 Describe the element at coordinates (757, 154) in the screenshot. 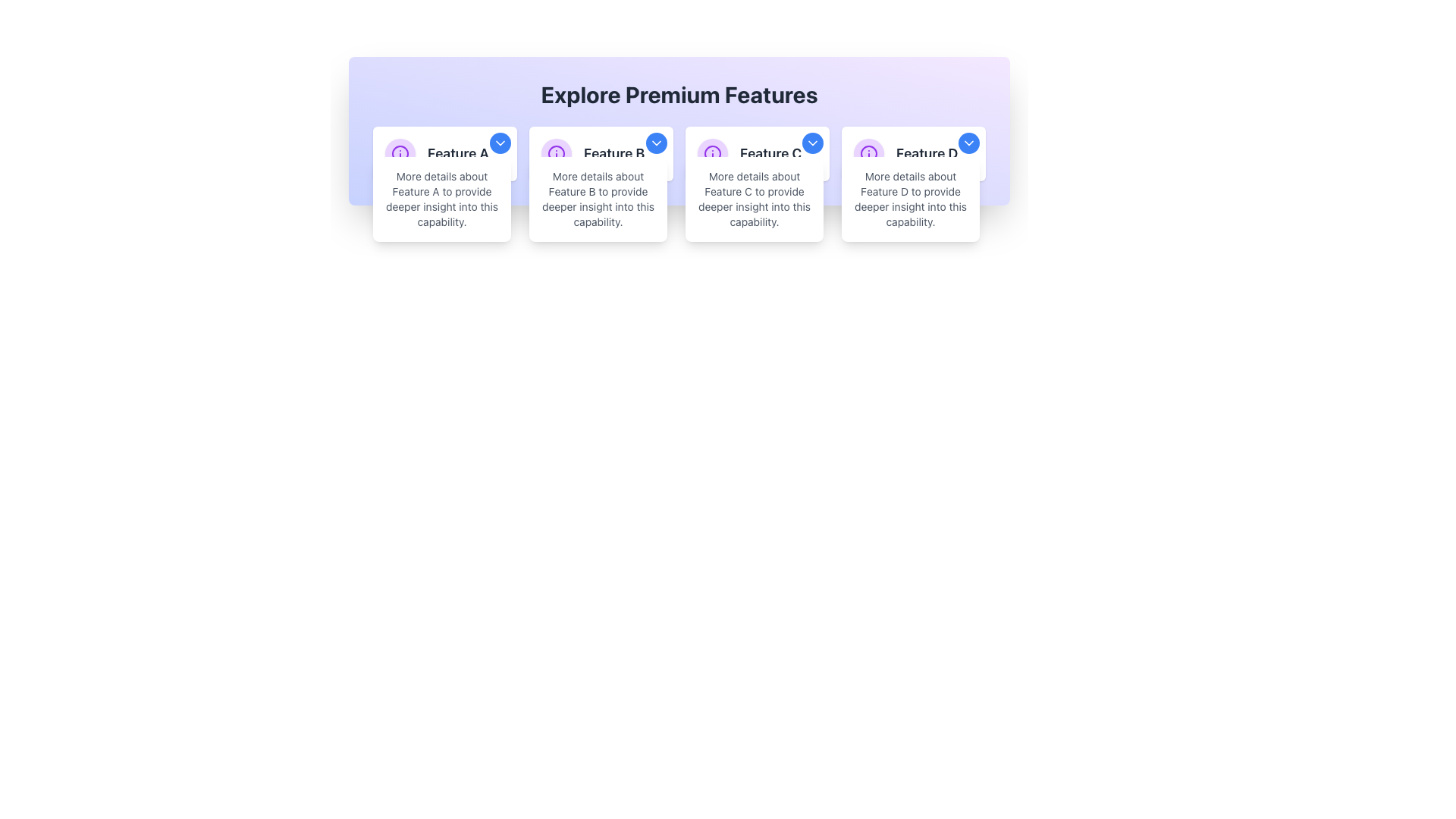

I see `the Feature Card titled 'Feature C', which is the third card from the left in a horizontal grid of four items` at that location.